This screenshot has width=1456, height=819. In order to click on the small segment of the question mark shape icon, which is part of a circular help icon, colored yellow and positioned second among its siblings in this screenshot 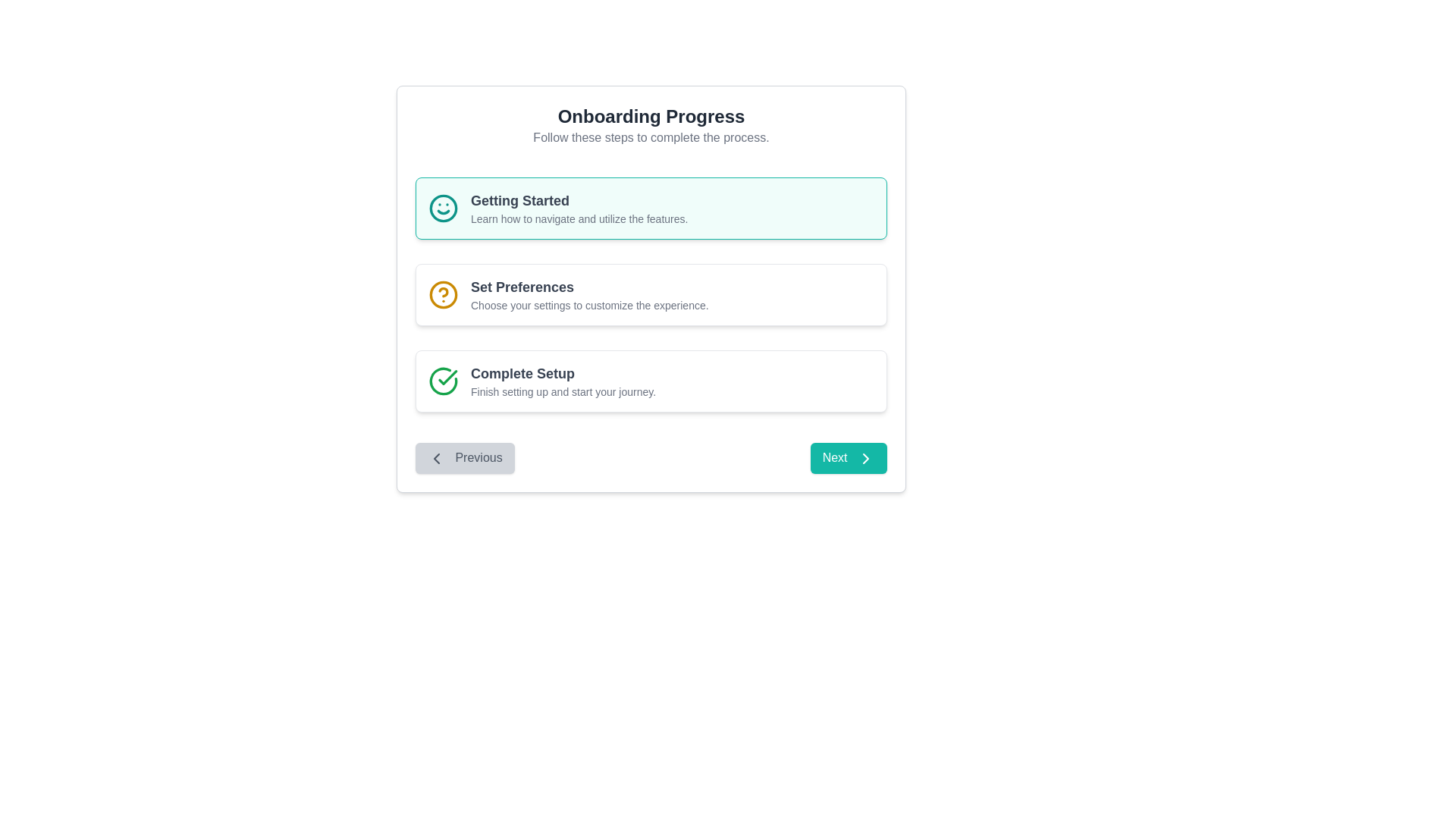, I will do `click(443, 292)`.